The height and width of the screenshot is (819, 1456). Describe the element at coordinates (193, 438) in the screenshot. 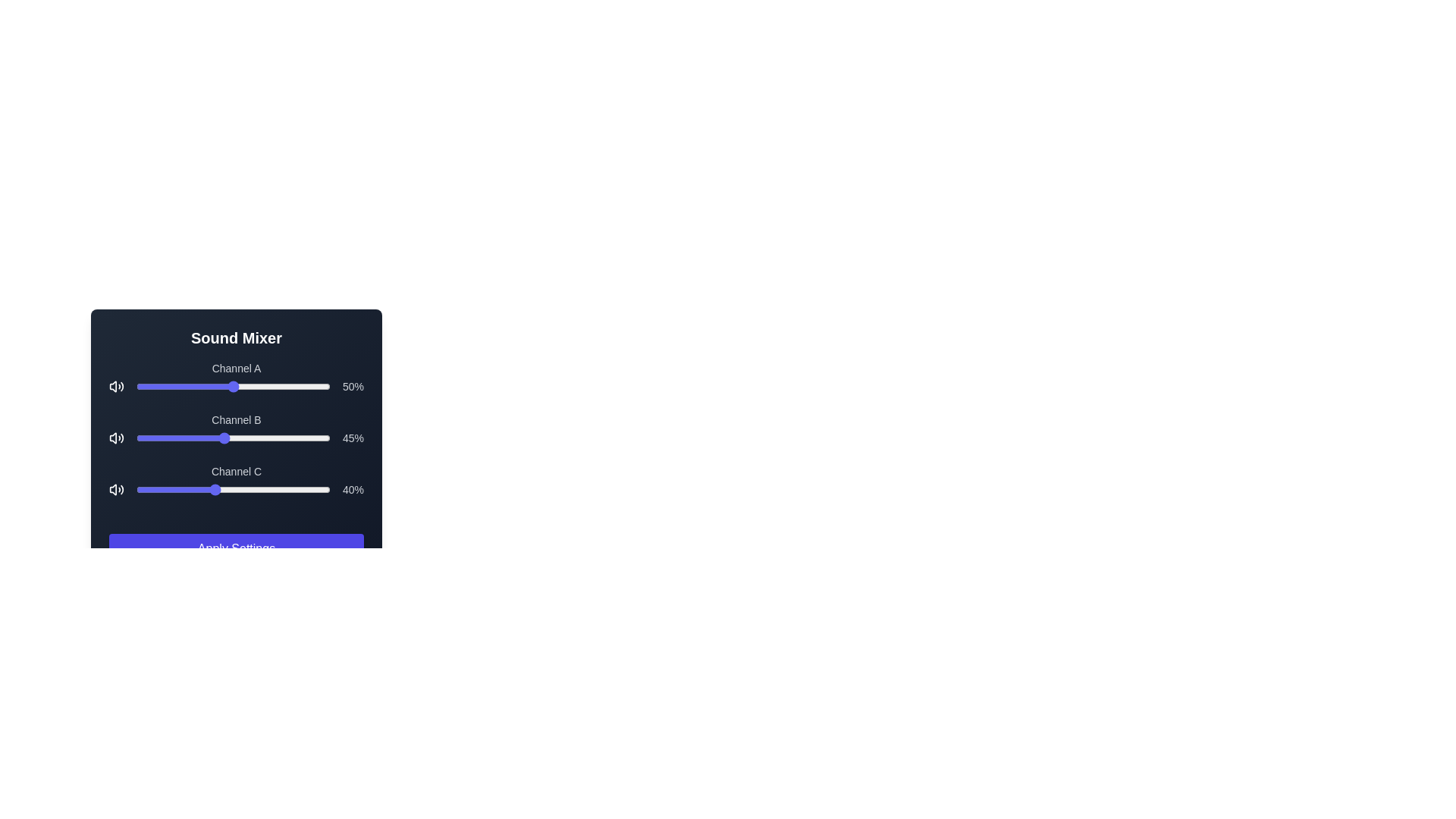

I see `the Channel B volume` at that location.